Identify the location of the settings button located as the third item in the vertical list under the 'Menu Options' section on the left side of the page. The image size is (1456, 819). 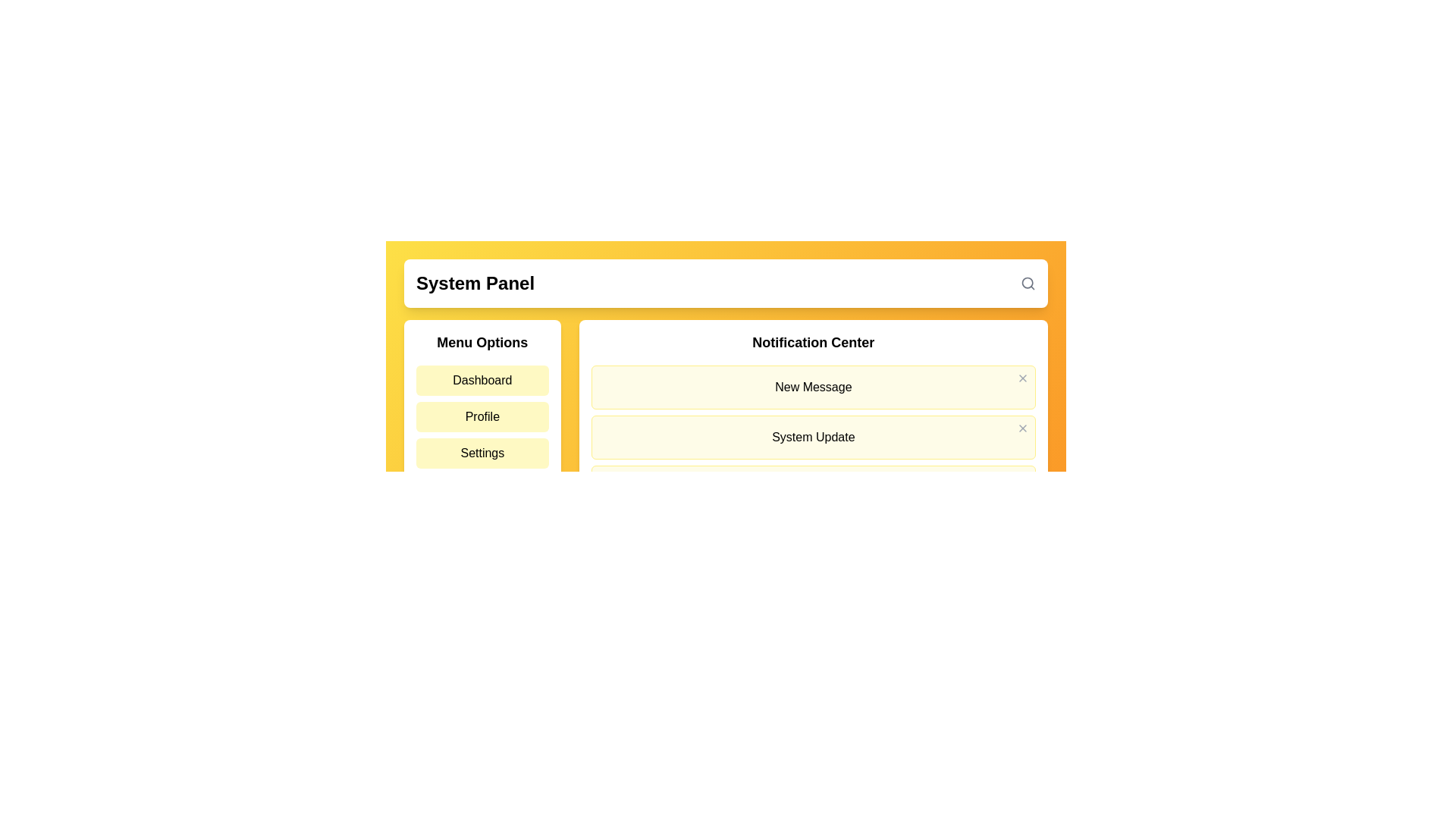
(482, 452).